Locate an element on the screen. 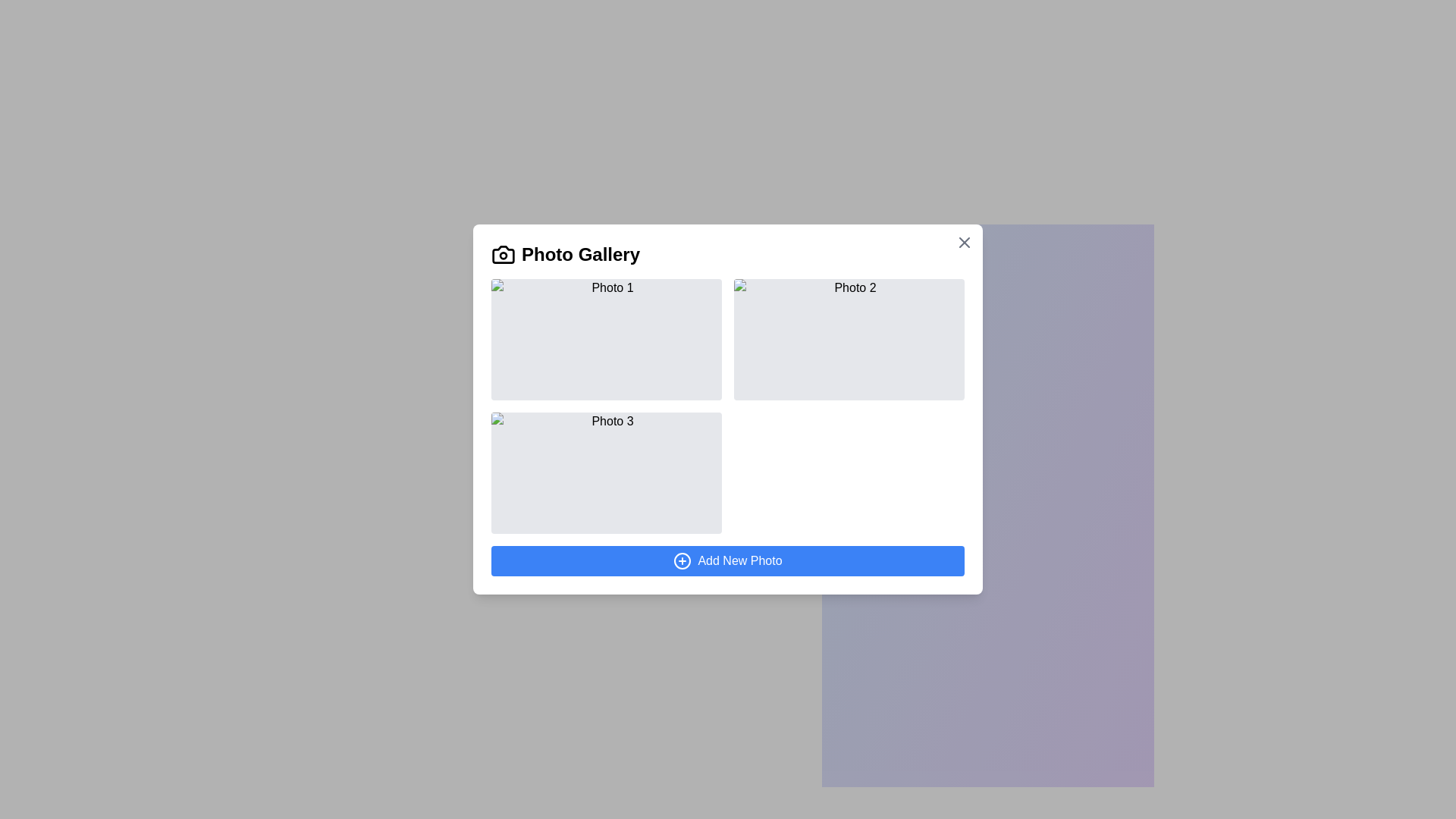 This screenshot has width=1456, height=819. the decorative camera icon located in the 'Photo Gallery' modal, positioned to the upper-left corner, directly left of the title text is located at coordinates (503, 253).